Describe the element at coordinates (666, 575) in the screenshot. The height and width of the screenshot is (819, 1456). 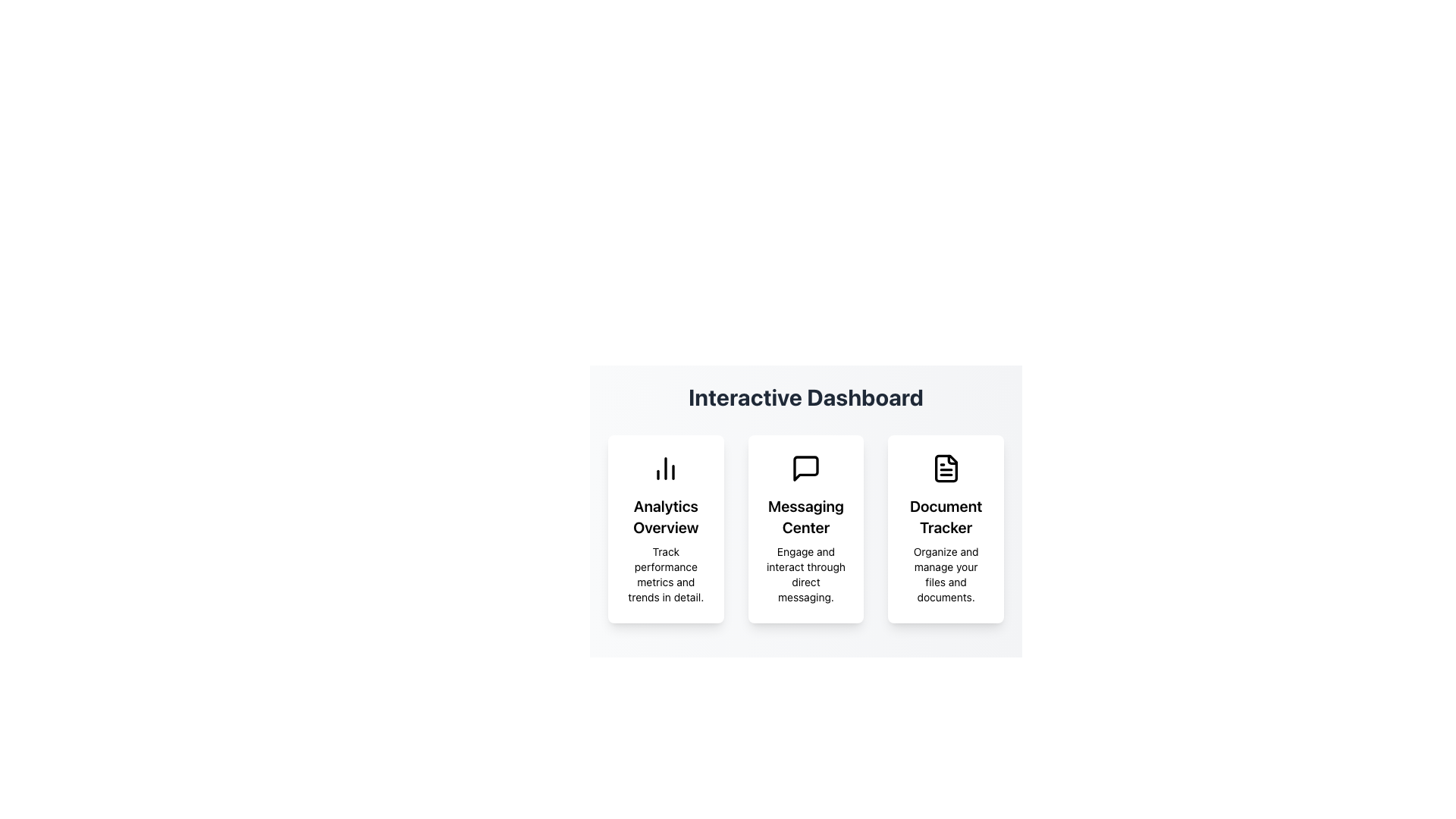
I see `the text element that displays 'Track performance metrics and trends in detail.' located centrally beneath the title 'Analytics Overview' in the leftmost card of the interface` at that location.